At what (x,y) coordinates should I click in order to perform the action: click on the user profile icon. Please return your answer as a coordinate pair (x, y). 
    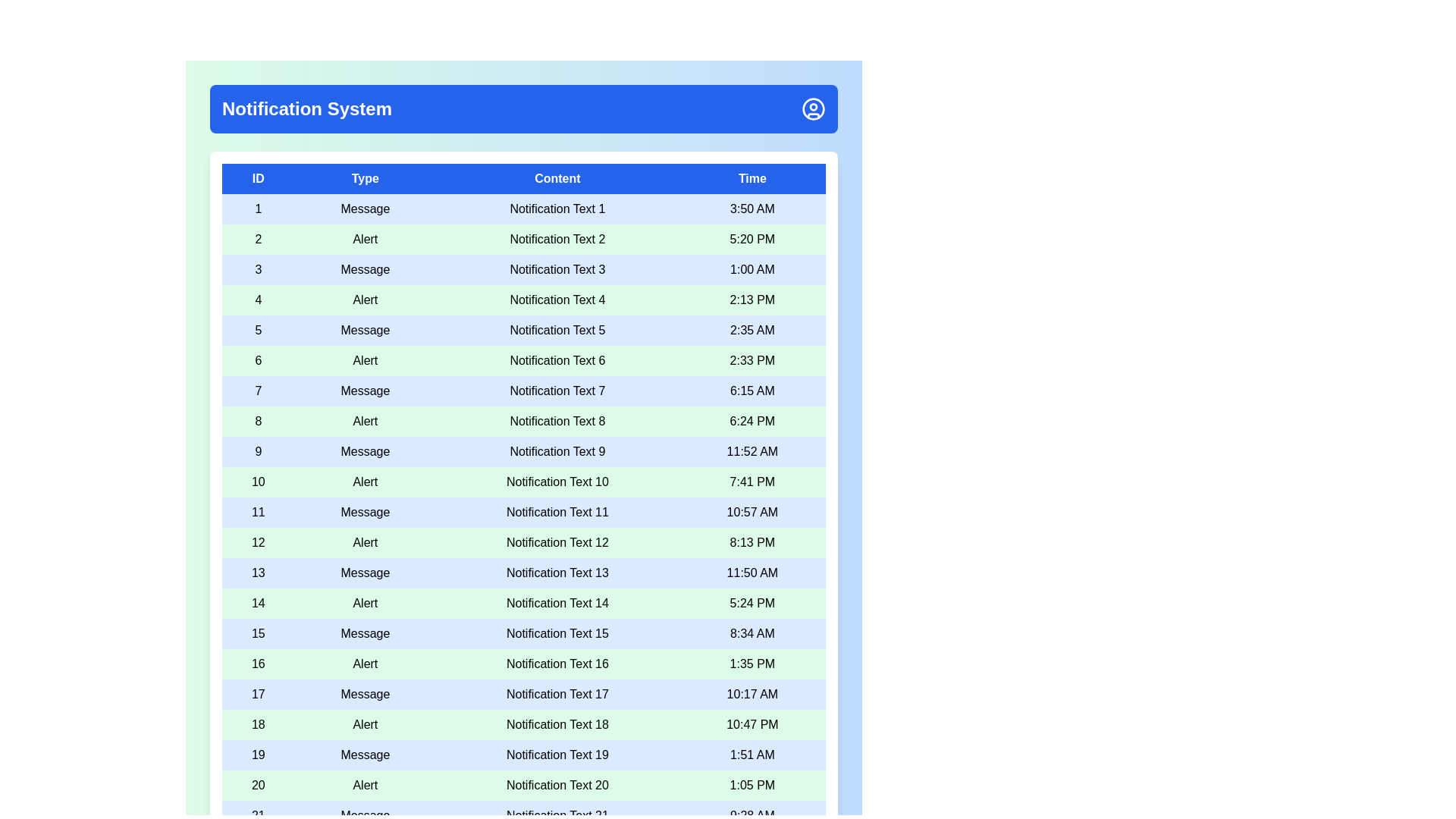
    Looking at the image, I should click on (813, 108).